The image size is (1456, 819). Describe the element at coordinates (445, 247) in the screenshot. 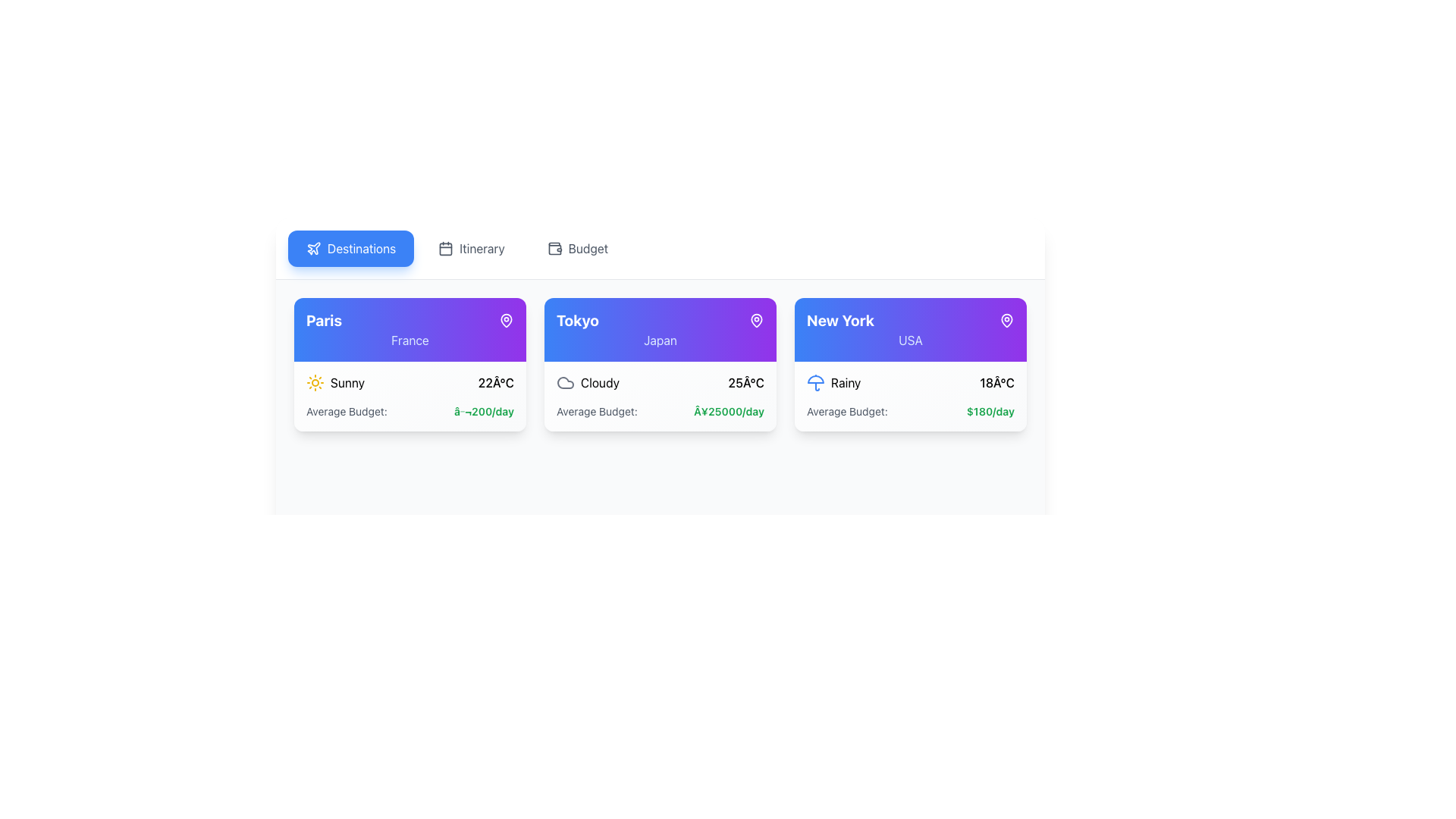

I see `calendar icon located immediately to the left of the 'Itinerary' text label, which visually represents the itinerary functionality` at that location.